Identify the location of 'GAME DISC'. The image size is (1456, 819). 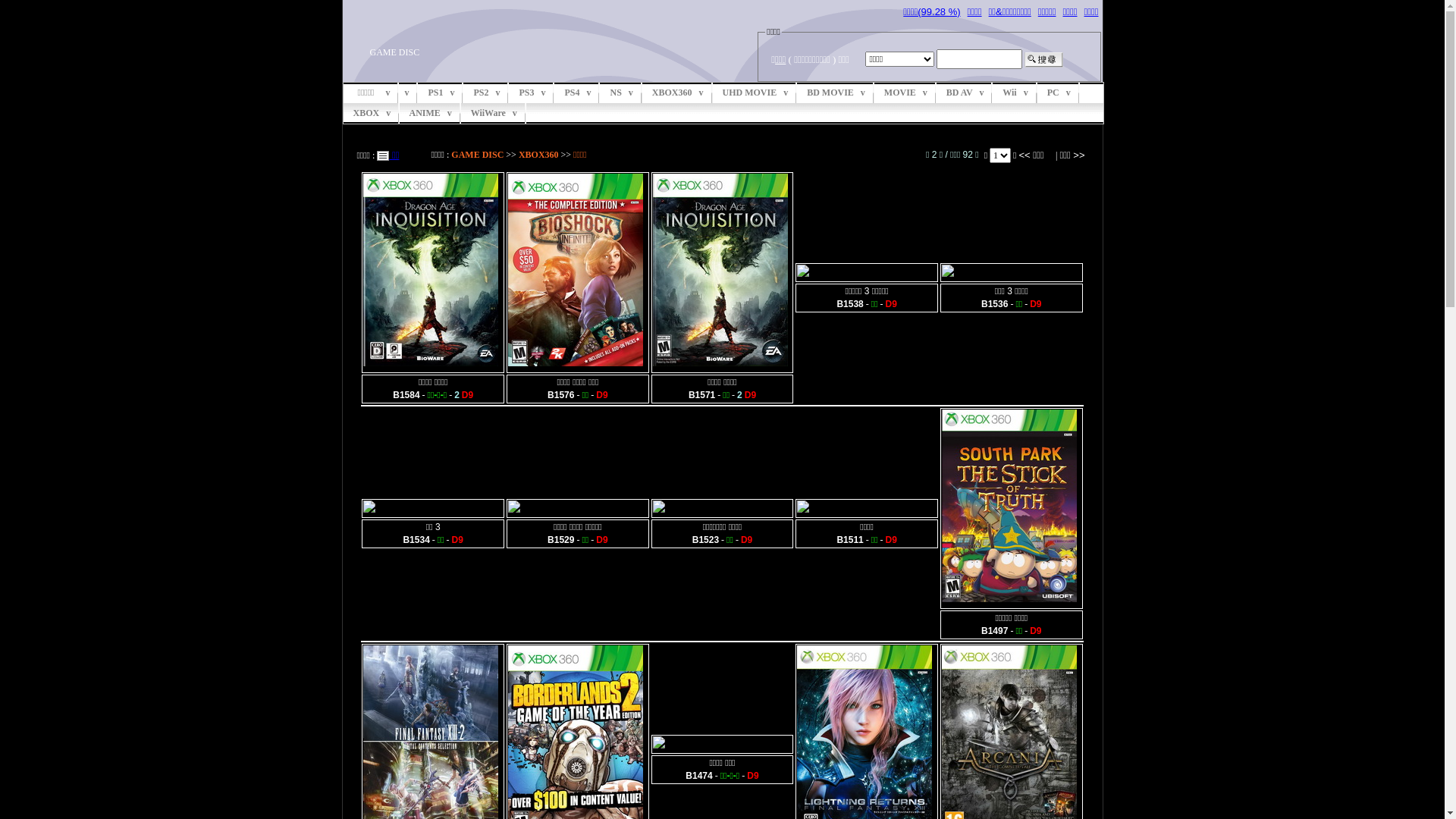
(476, 155).